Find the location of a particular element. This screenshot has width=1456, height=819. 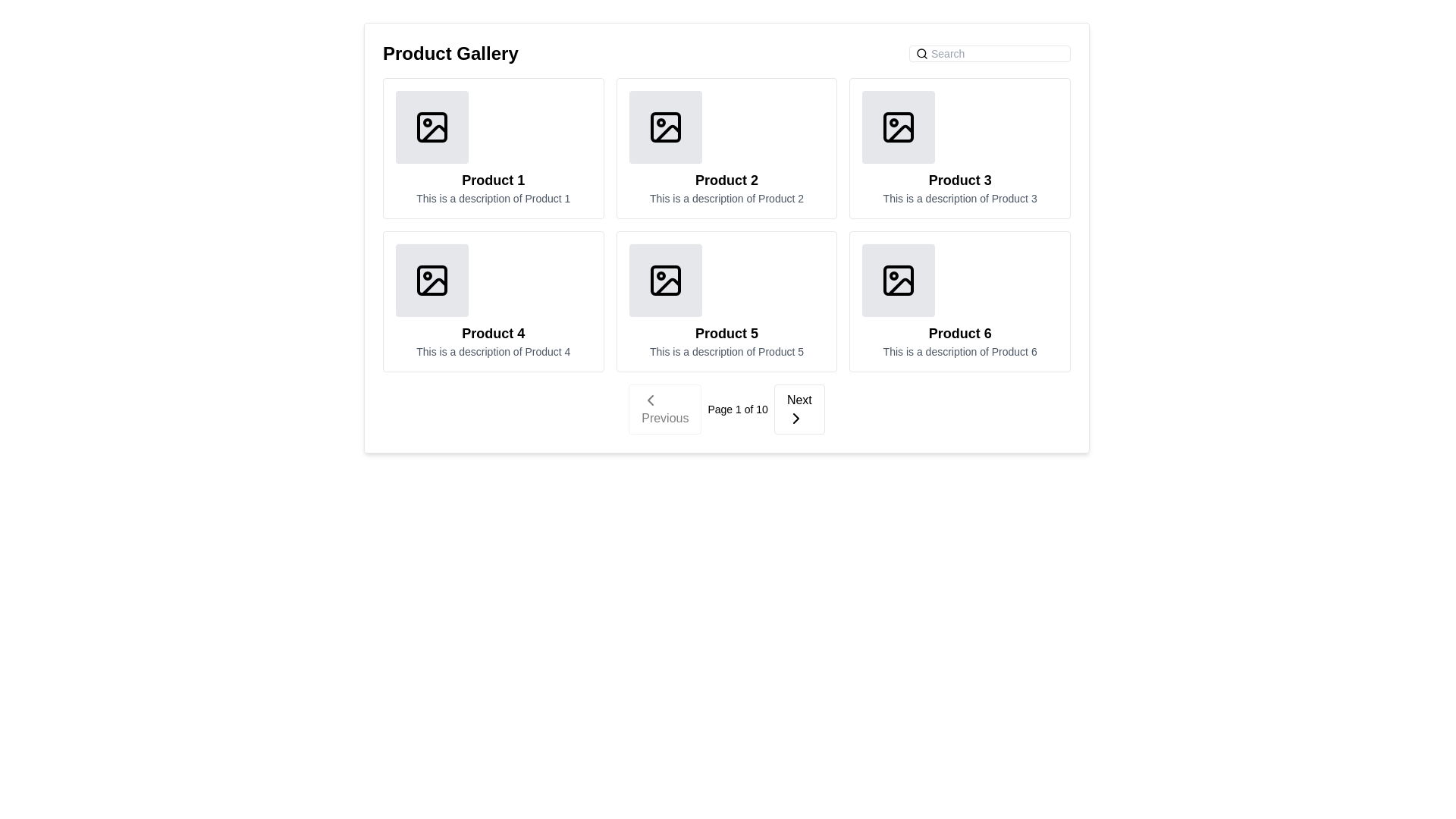

the small rectangular box with rounded corners located in the upper-left corner of the image placeholder icon in the second product card under the header 'Product 2' is located at coordinates (665, 127).